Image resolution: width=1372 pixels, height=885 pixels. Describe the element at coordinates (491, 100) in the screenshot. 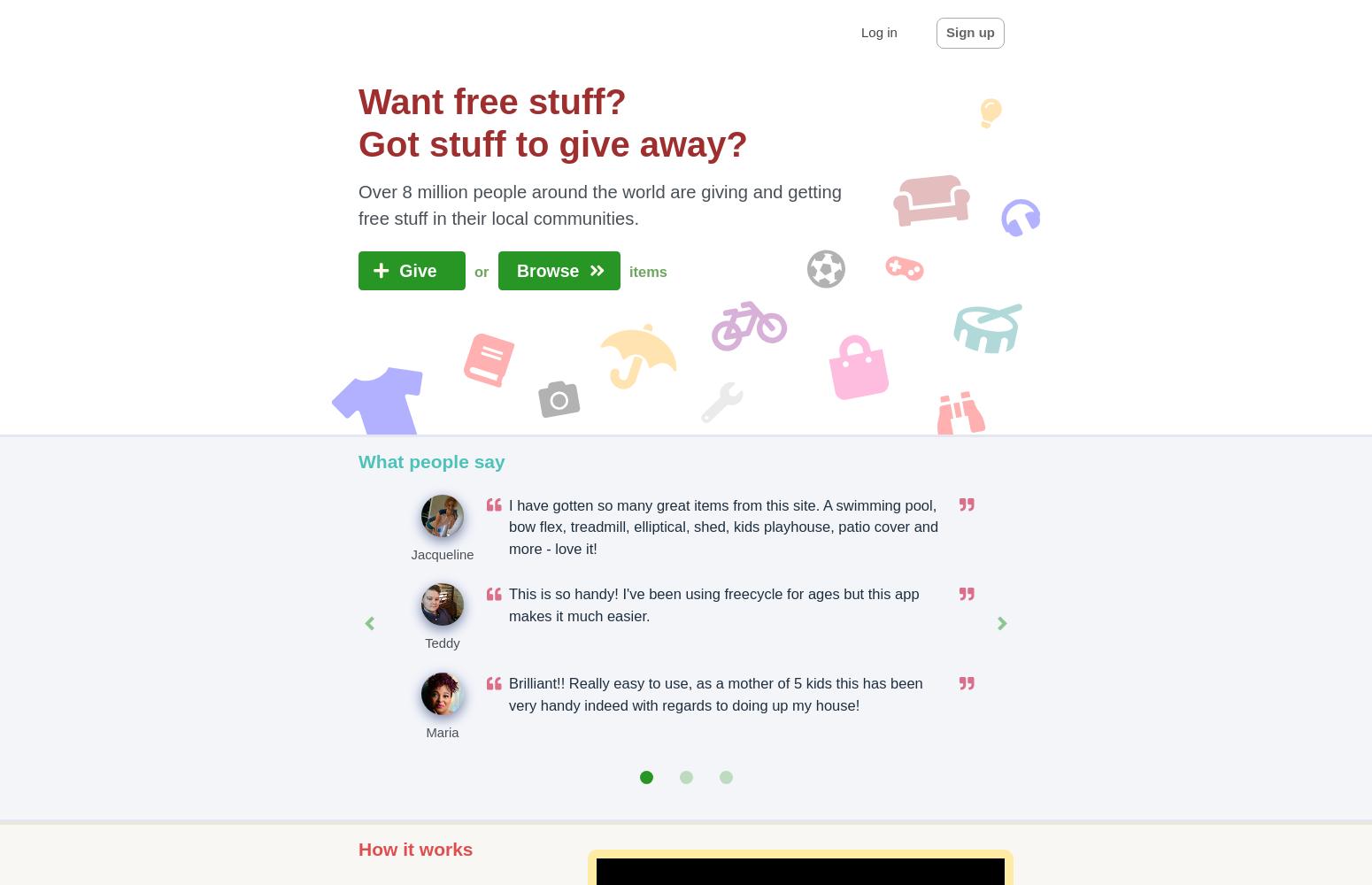

I see `'Want free stuff?'` at that location.